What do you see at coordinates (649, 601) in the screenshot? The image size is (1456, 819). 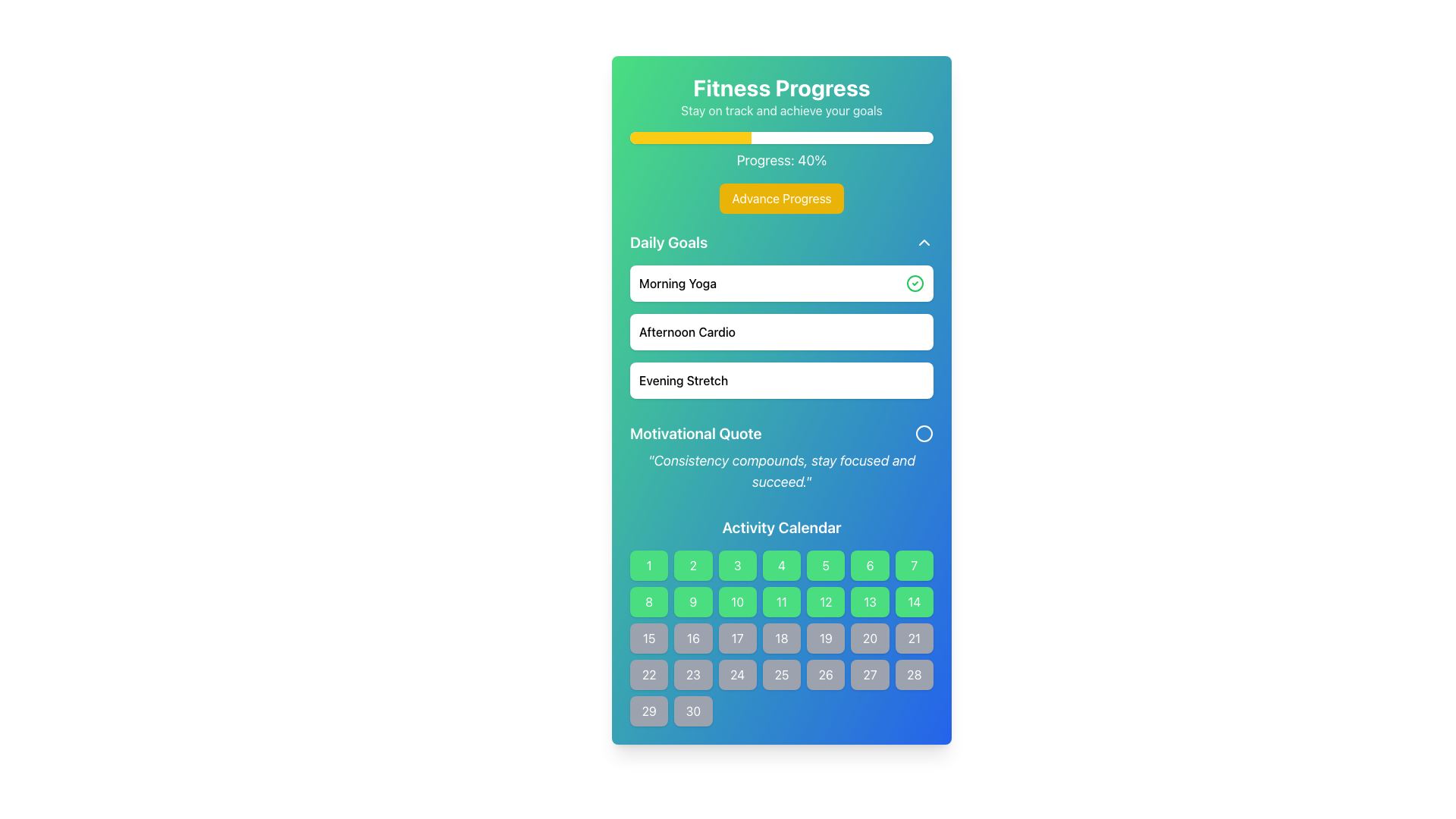 I see `the light green rectangular button displaying the number '8' in white, located in the 'Activity Calendar' grid, second row, first item` at bounding box center [649, 601].